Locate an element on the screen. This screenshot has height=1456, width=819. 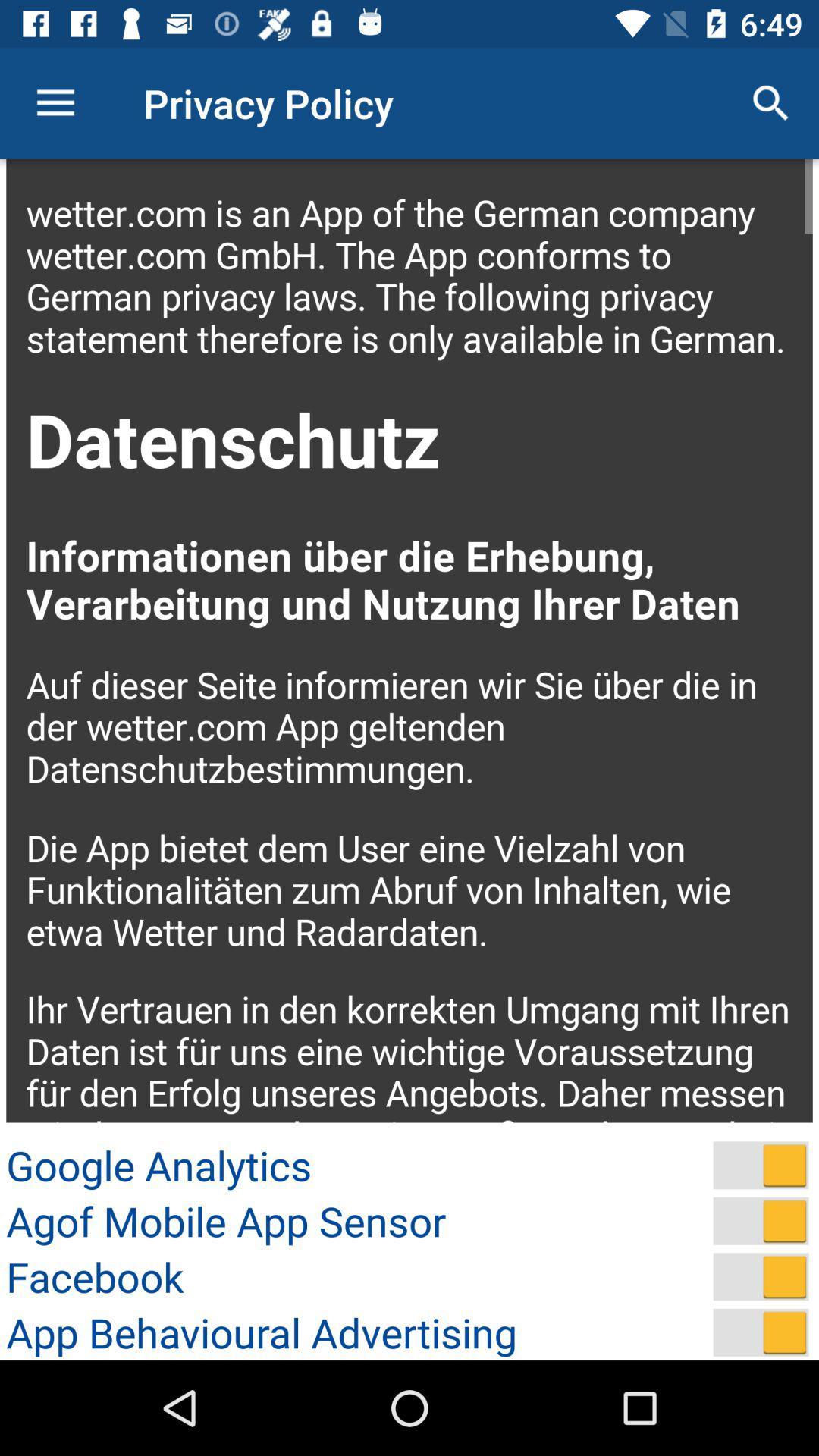
the switch button next to google analytics is located at coordinates (761, 1164).